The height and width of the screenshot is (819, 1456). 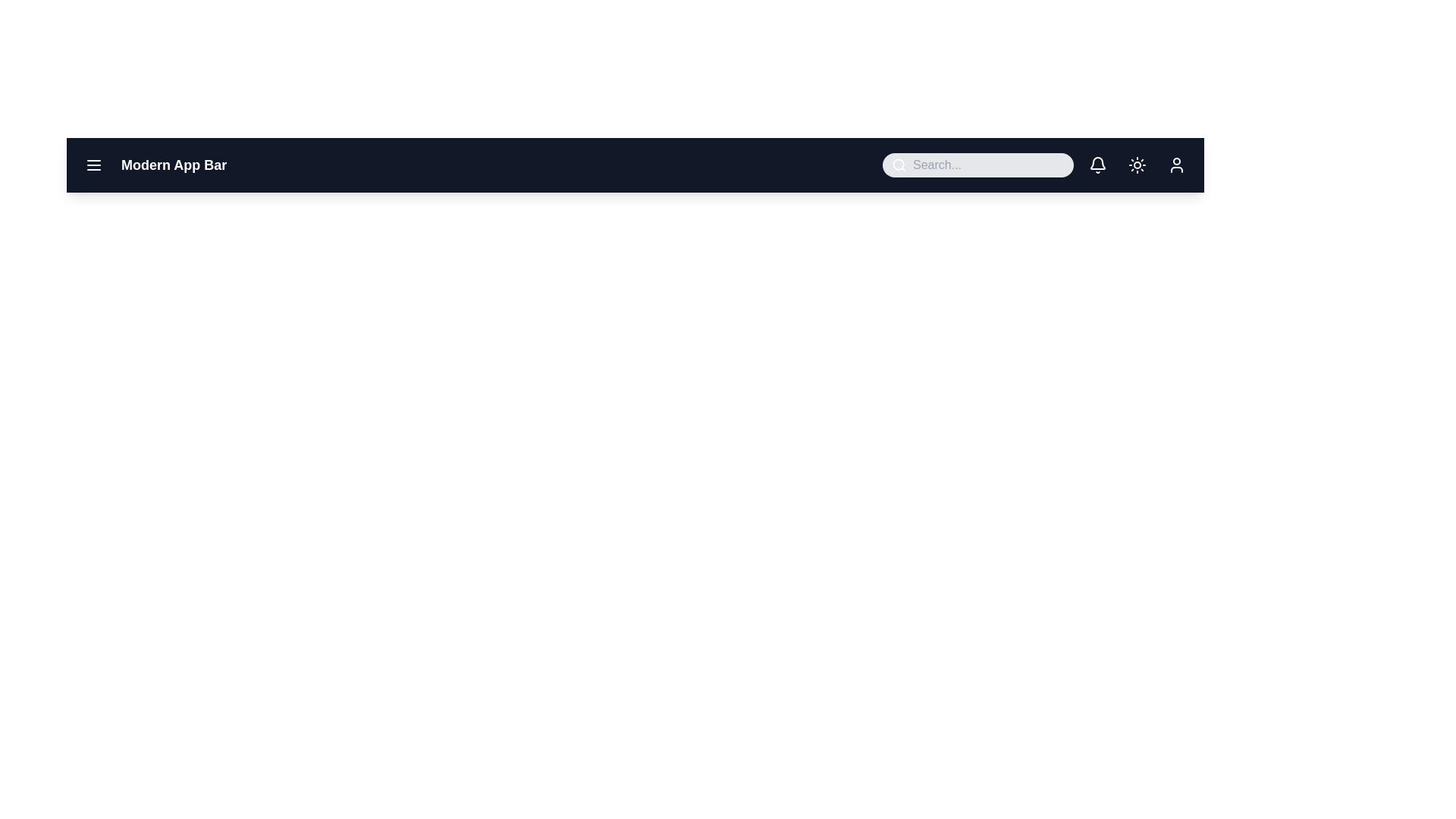 What do you see at coordinates (1175, 165) in the screenshot?
I see `user profile button located on the rightmost side of the app bar` at bounding box center [1175, 165].